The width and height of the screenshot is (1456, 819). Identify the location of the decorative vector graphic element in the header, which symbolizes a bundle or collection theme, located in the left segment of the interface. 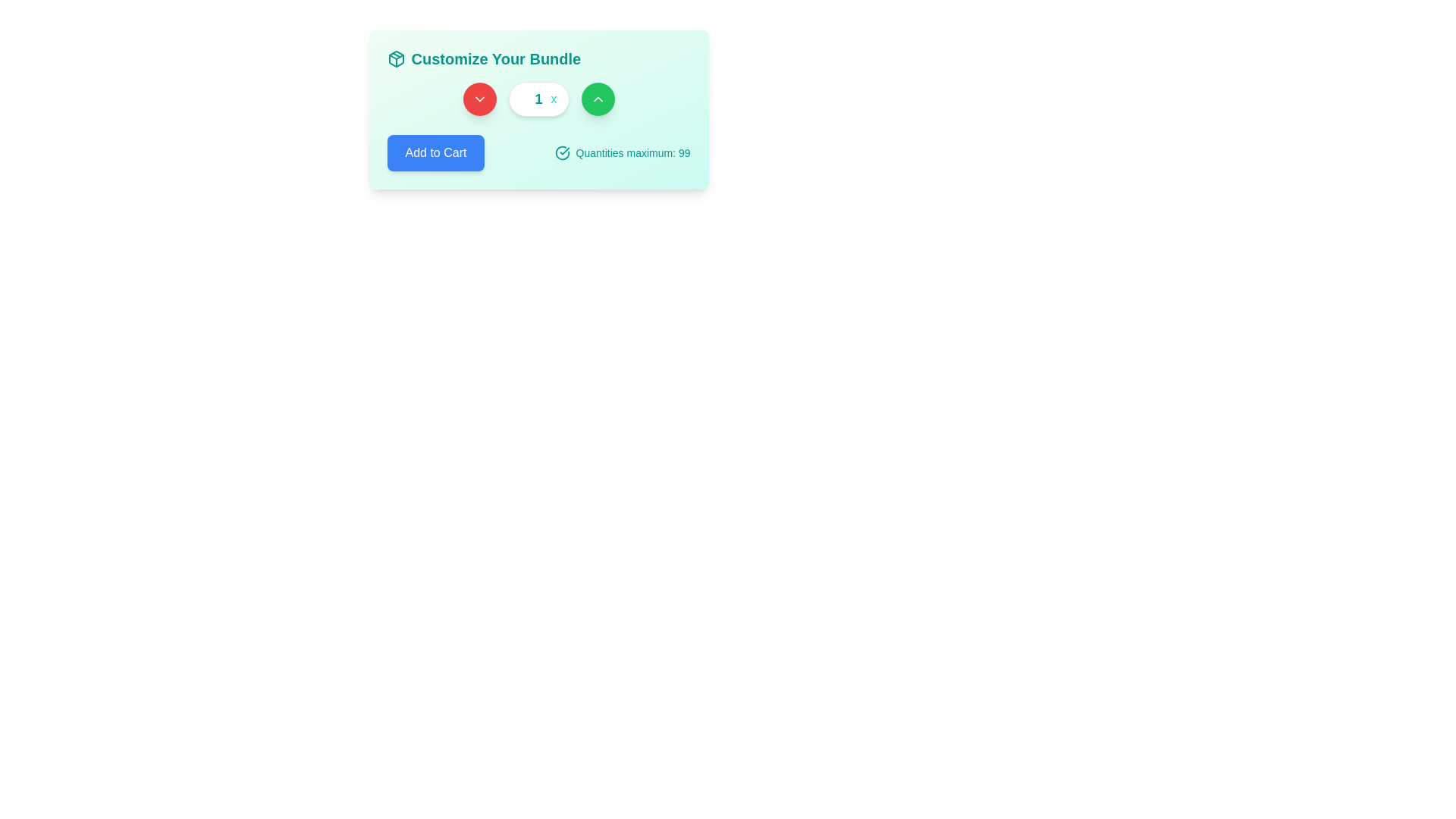
(396, 56).